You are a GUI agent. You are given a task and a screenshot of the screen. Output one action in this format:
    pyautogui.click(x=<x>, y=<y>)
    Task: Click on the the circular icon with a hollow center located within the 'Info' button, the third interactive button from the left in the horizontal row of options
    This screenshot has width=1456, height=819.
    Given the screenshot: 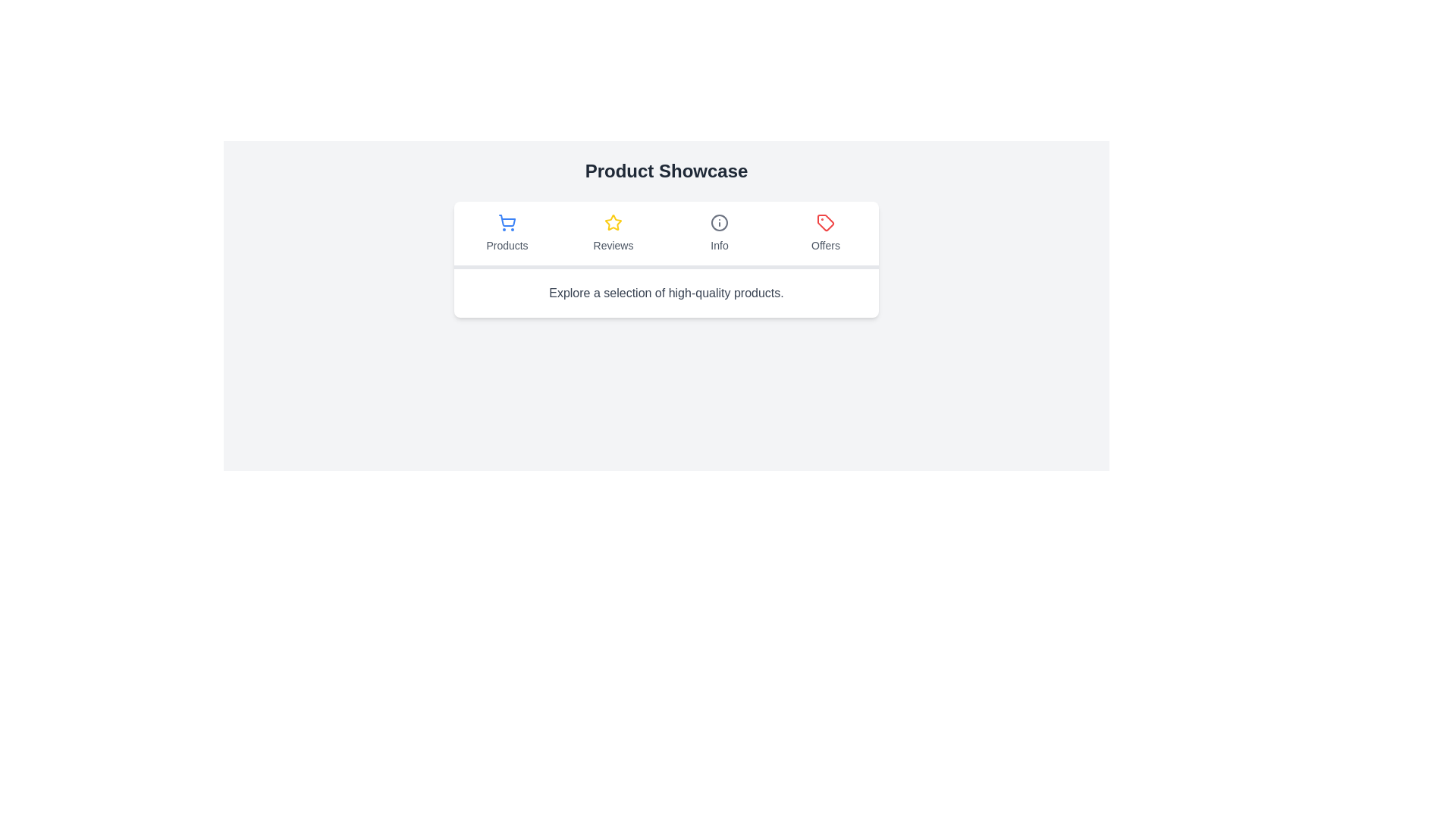 What is the action you would take?
    pyautogui.click(x=719, y=222)
    